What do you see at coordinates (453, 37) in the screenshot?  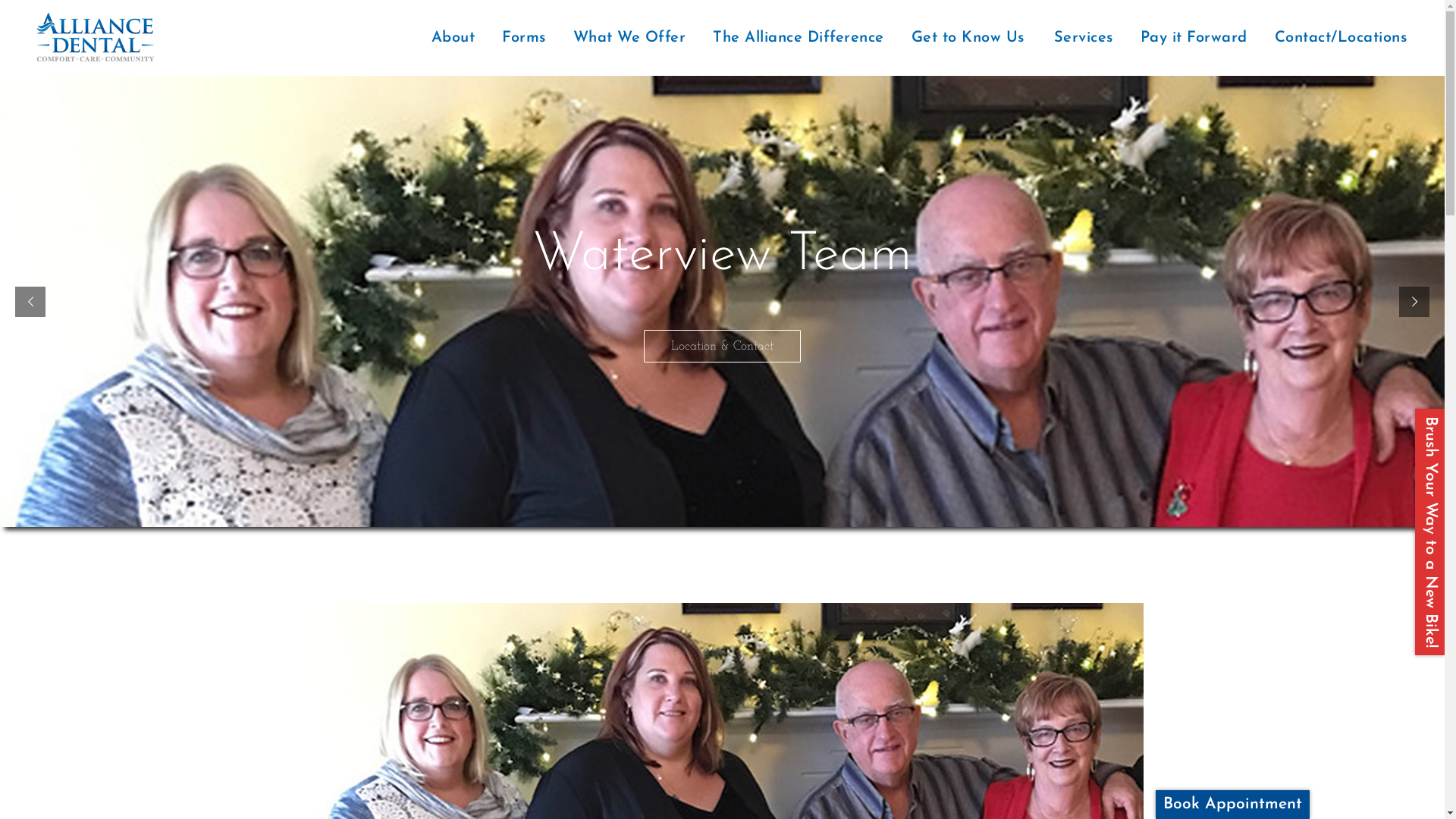 I see `'About'` at bounding box center [453, 37].